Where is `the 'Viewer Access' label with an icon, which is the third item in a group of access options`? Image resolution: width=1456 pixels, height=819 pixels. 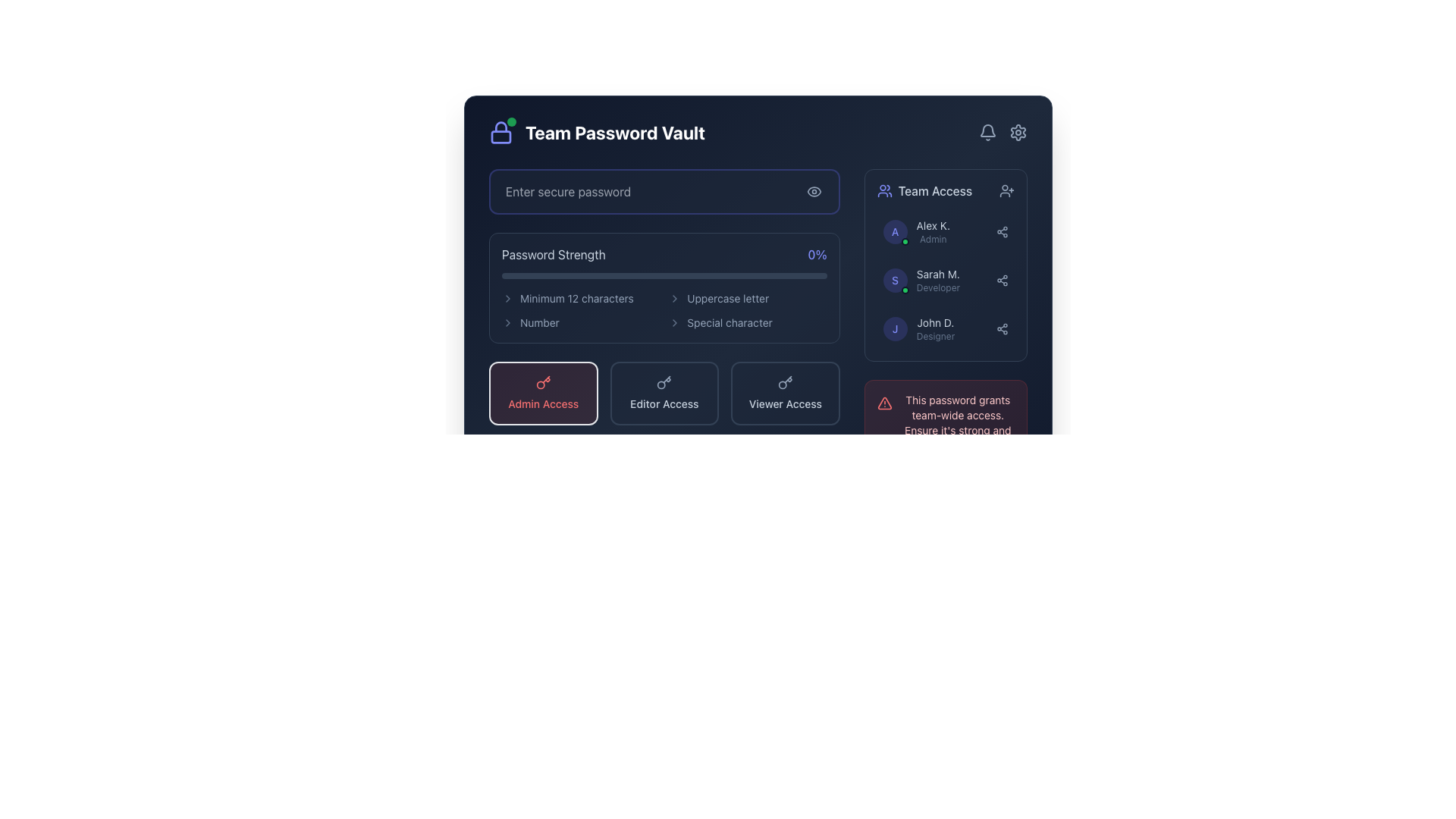 the 'Viewer Access' label with an icon, which is the third item in a group of access options is located at coordinates (785, 393).